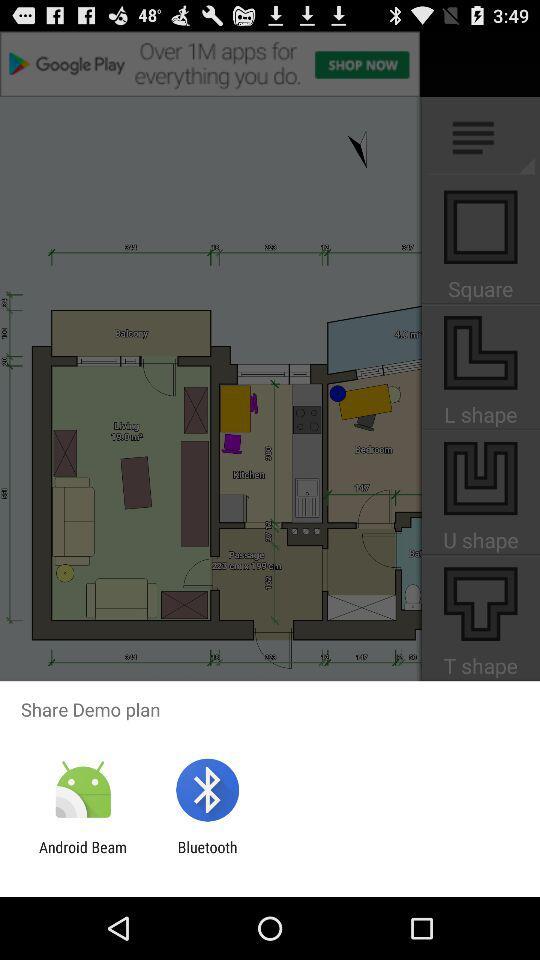 This screenshot has width=540, height=960. What do you see at coordinates (82, 855) in the screenshot?
I see `the app to the left of the bluetooth app` at bounding box center [82, 855].